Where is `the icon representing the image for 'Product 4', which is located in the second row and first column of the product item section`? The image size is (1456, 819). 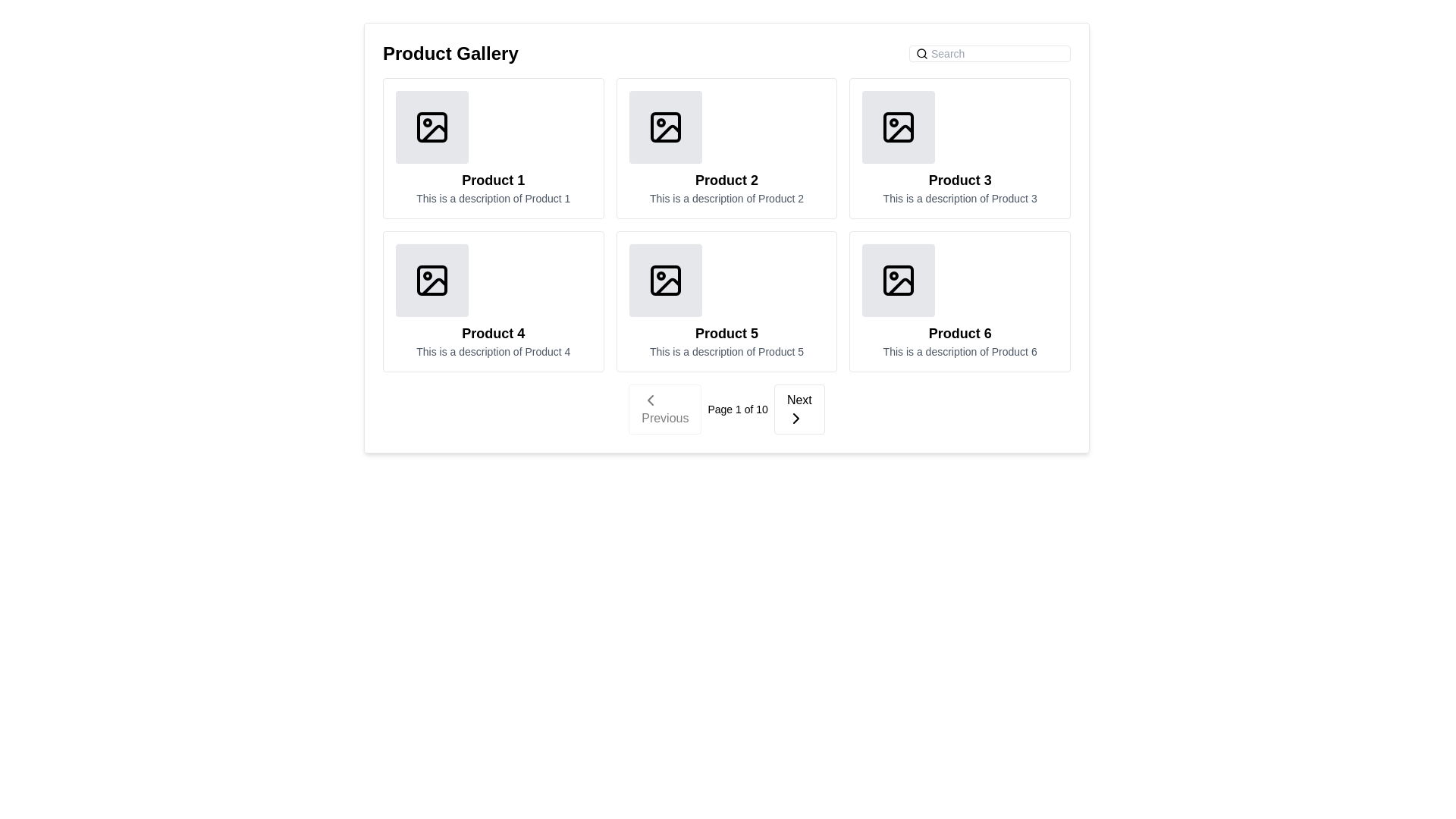 the icon representing the image for 'Product 4', which is located in the second row and first column of the product item section is located at coordinates (431, 281).